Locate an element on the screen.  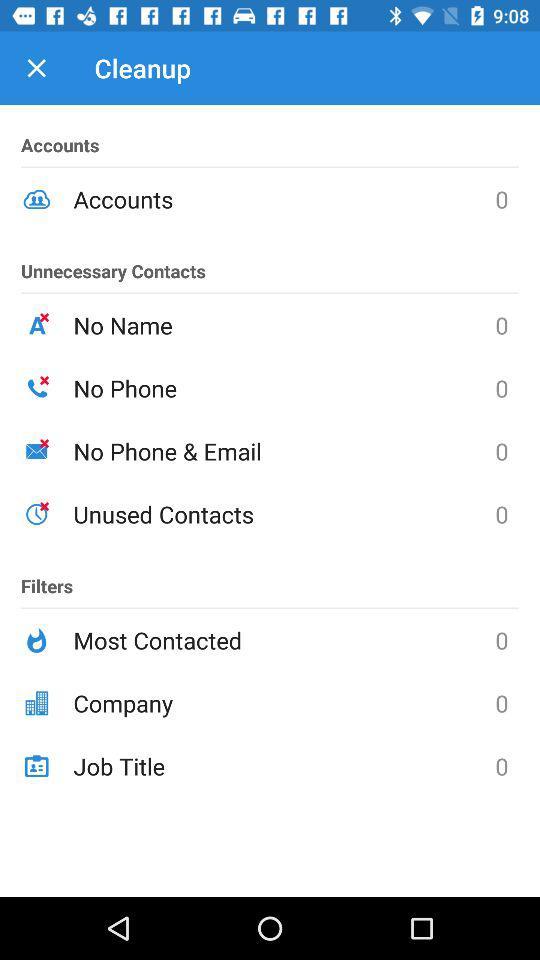
icon below 0 icon is located at coordinates (283, 765).